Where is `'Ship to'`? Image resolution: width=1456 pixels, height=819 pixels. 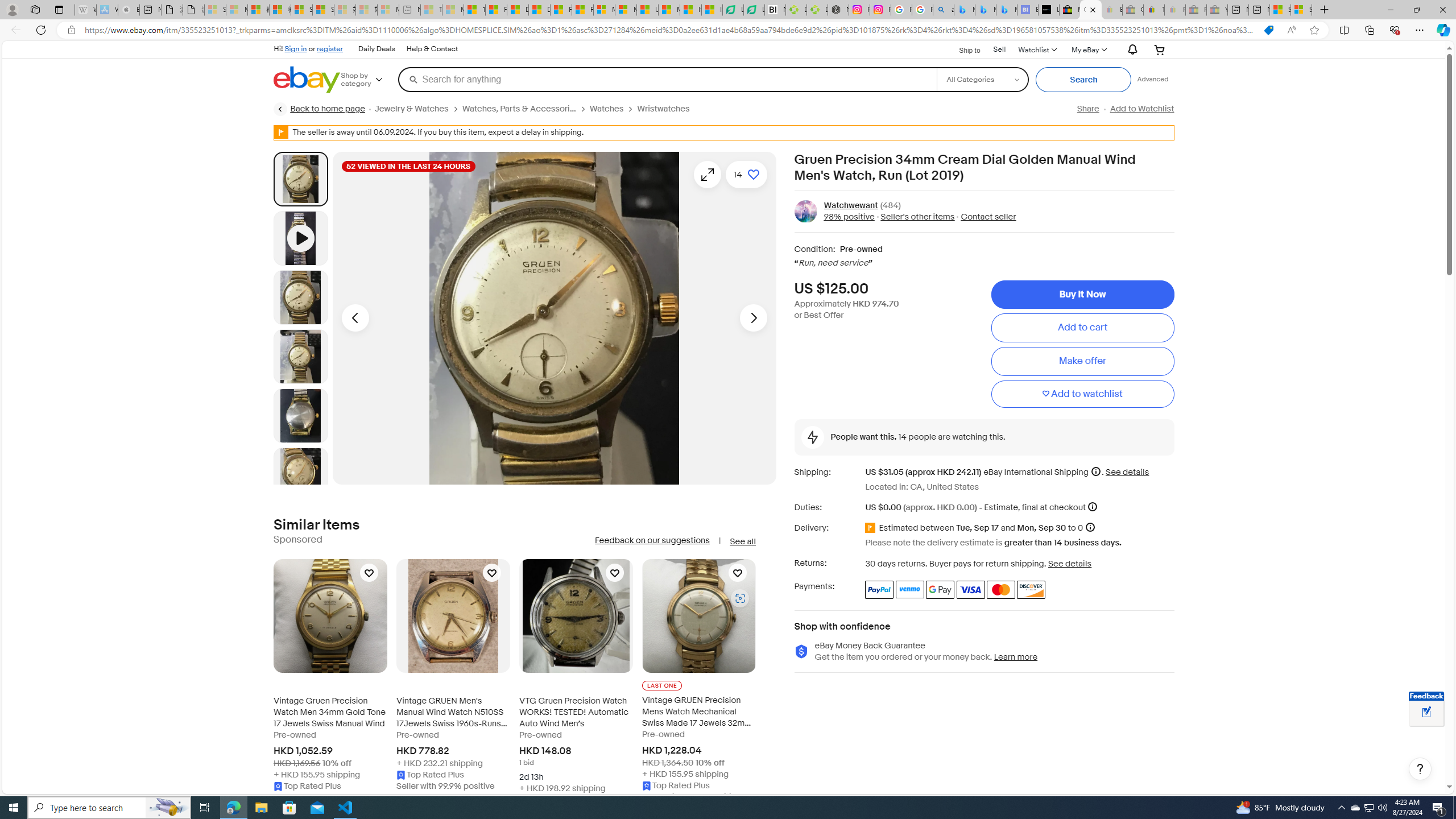
'Ship to' is located at coordinates (962, 50).